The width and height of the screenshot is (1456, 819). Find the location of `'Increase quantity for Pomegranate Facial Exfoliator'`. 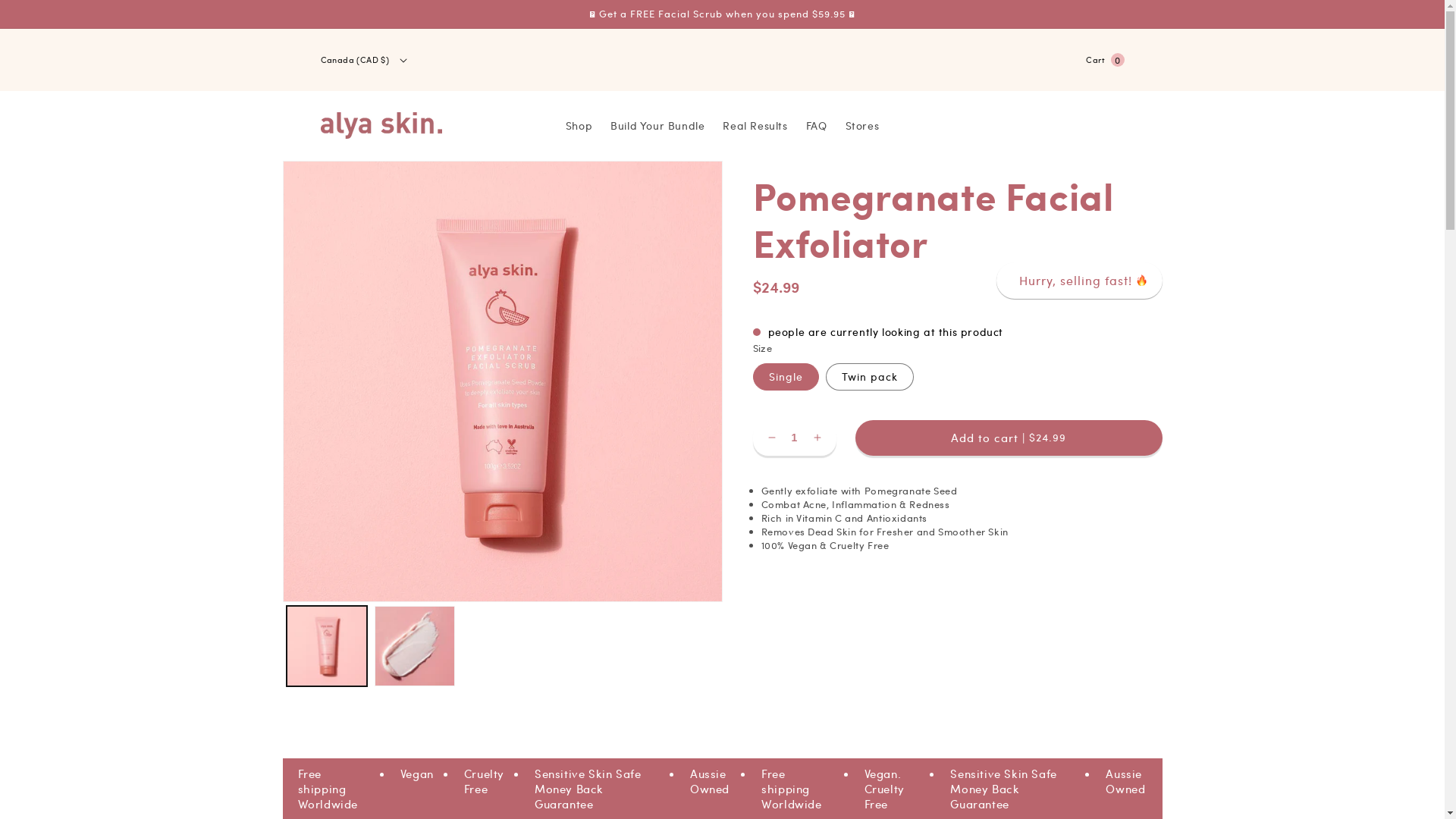

'Increase quantity for Pomegranate Facial Exfoliator' is located at coordinates (815, 438).